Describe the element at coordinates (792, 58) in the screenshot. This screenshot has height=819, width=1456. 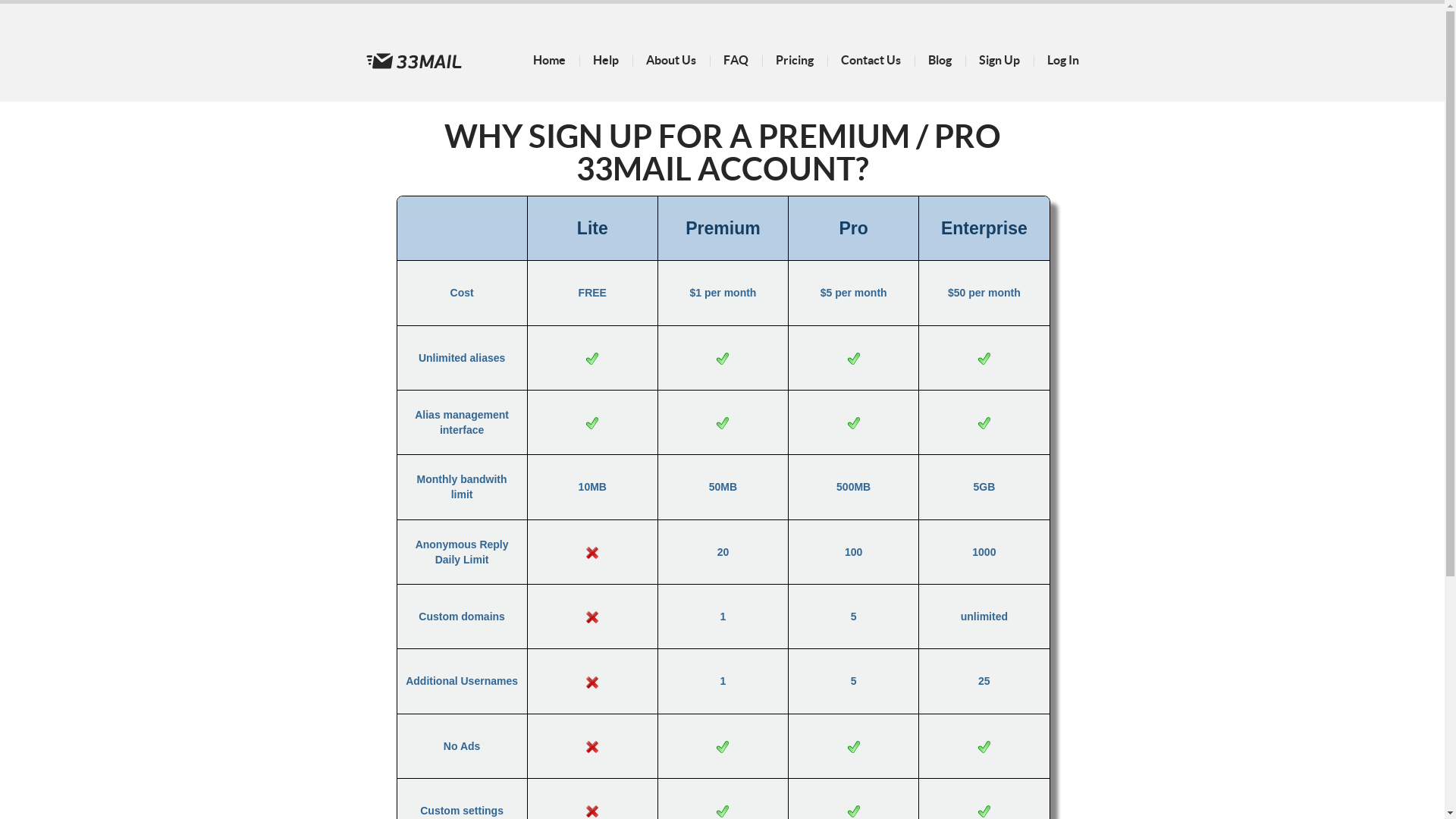
I see `'Pricing'` at that location.